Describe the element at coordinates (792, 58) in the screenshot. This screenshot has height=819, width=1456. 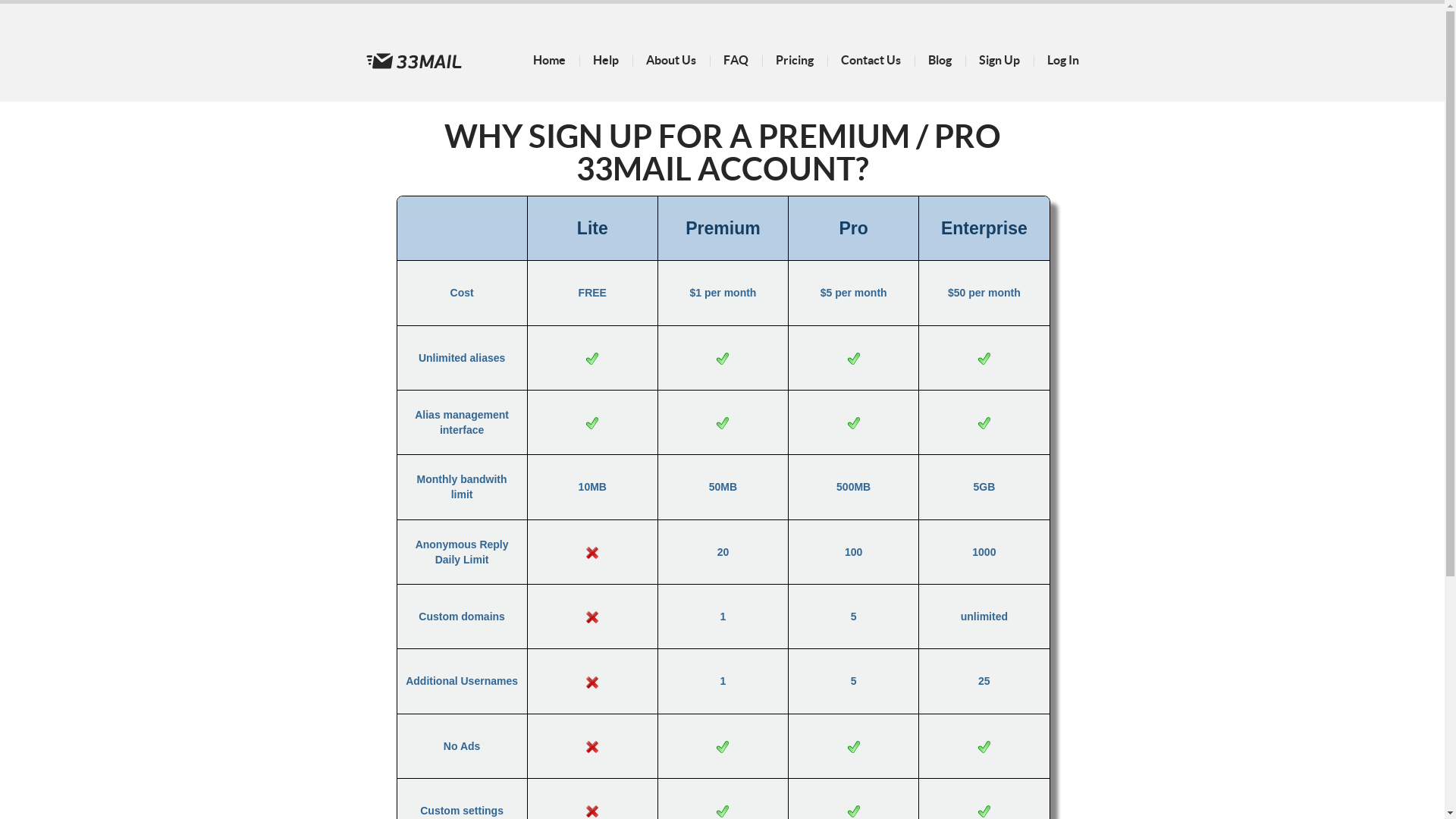
I see `'Pricing'` at that location.